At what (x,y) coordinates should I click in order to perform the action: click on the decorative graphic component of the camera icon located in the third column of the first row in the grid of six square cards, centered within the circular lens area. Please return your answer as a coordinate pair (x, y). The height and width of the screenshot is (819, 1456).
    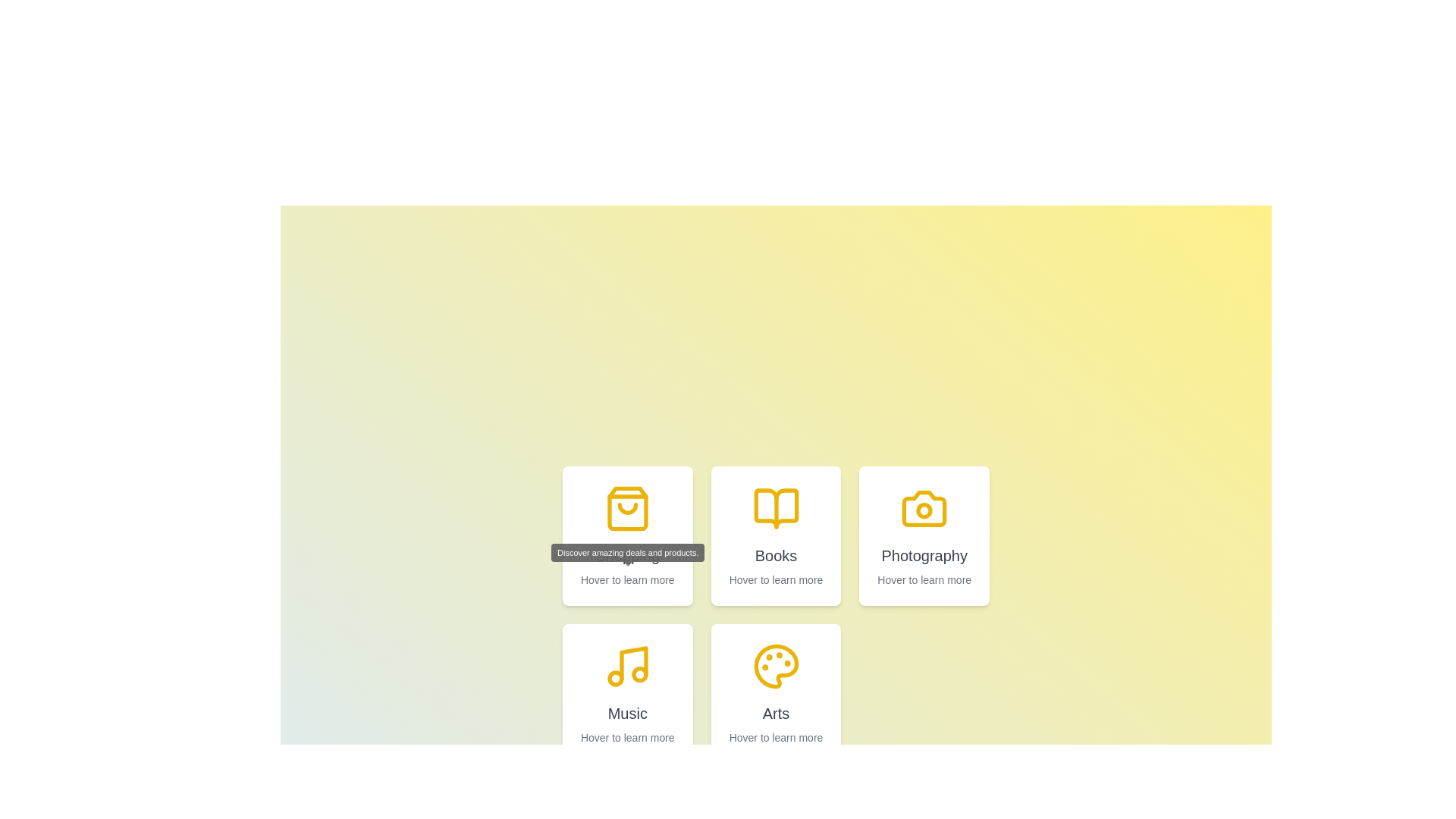
    Looking at the image, I should click on (924, 510).